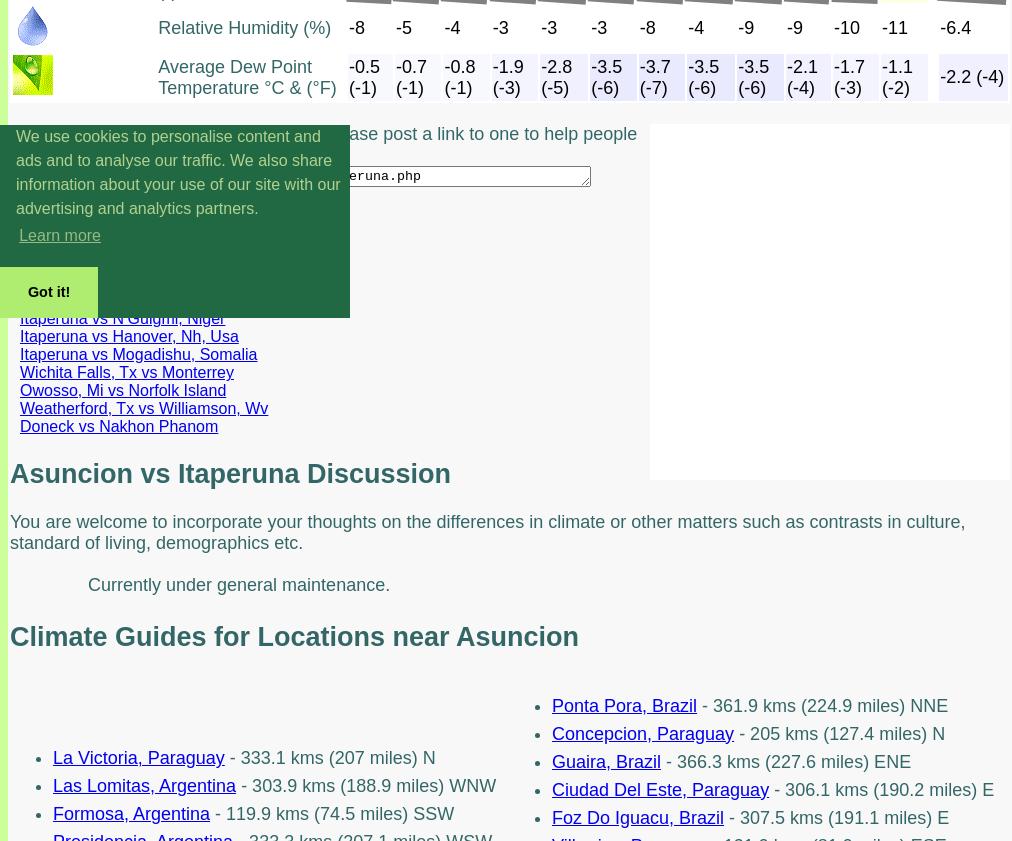 Image resolution: width=1012 pixels, height=841 pixels. Describe the element at coordinates (365, 785) in the screenshot. I see `'- 303.9 kms (188.9 miles) WNW'` at that location.